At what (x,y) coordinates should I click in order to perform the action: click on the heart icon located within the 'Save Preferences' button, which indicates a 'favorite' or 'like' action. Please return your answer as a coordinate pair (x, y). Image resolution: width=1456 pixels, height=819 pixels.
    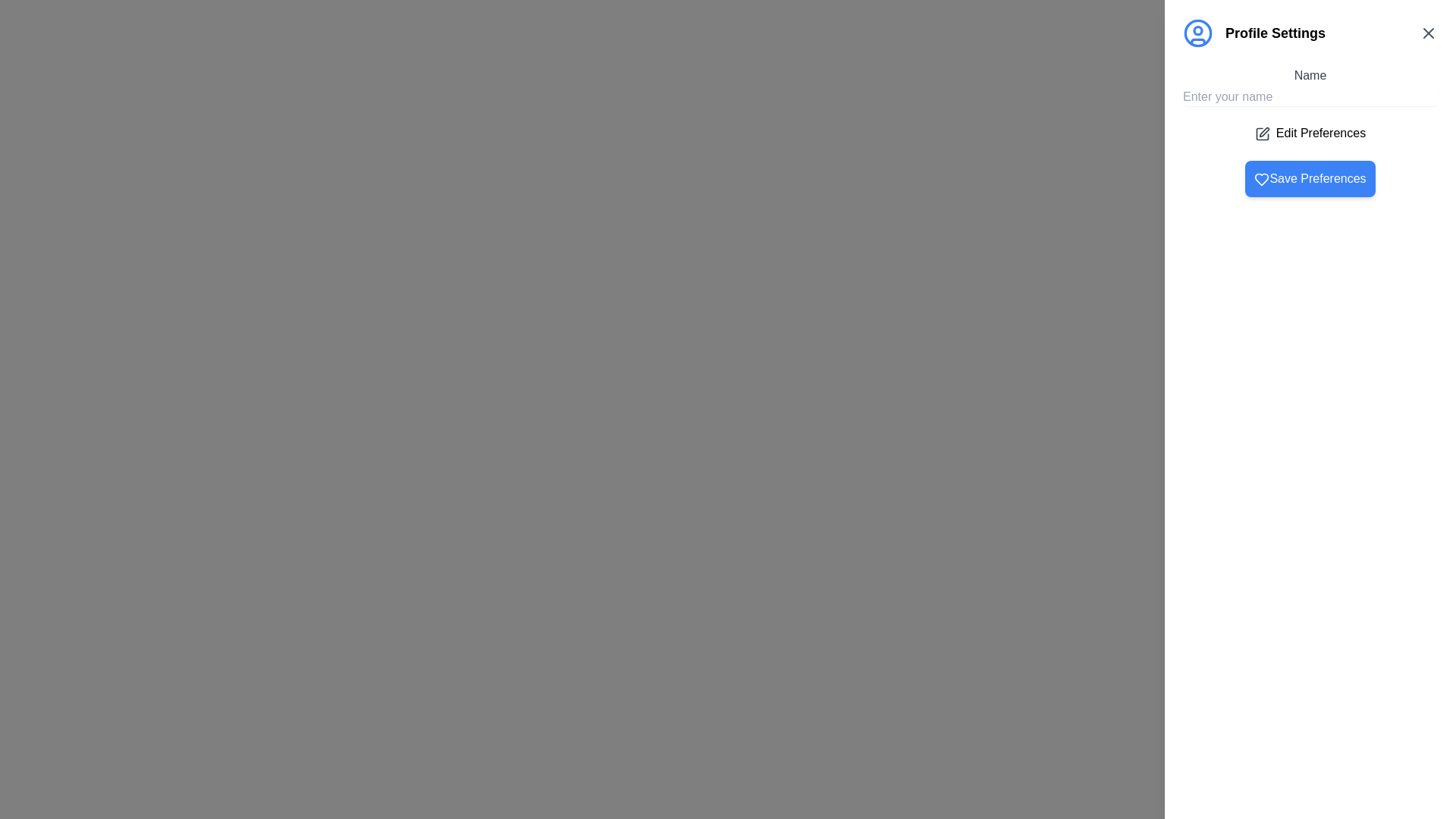
    Looking at the image, I should click on (1262, 178).